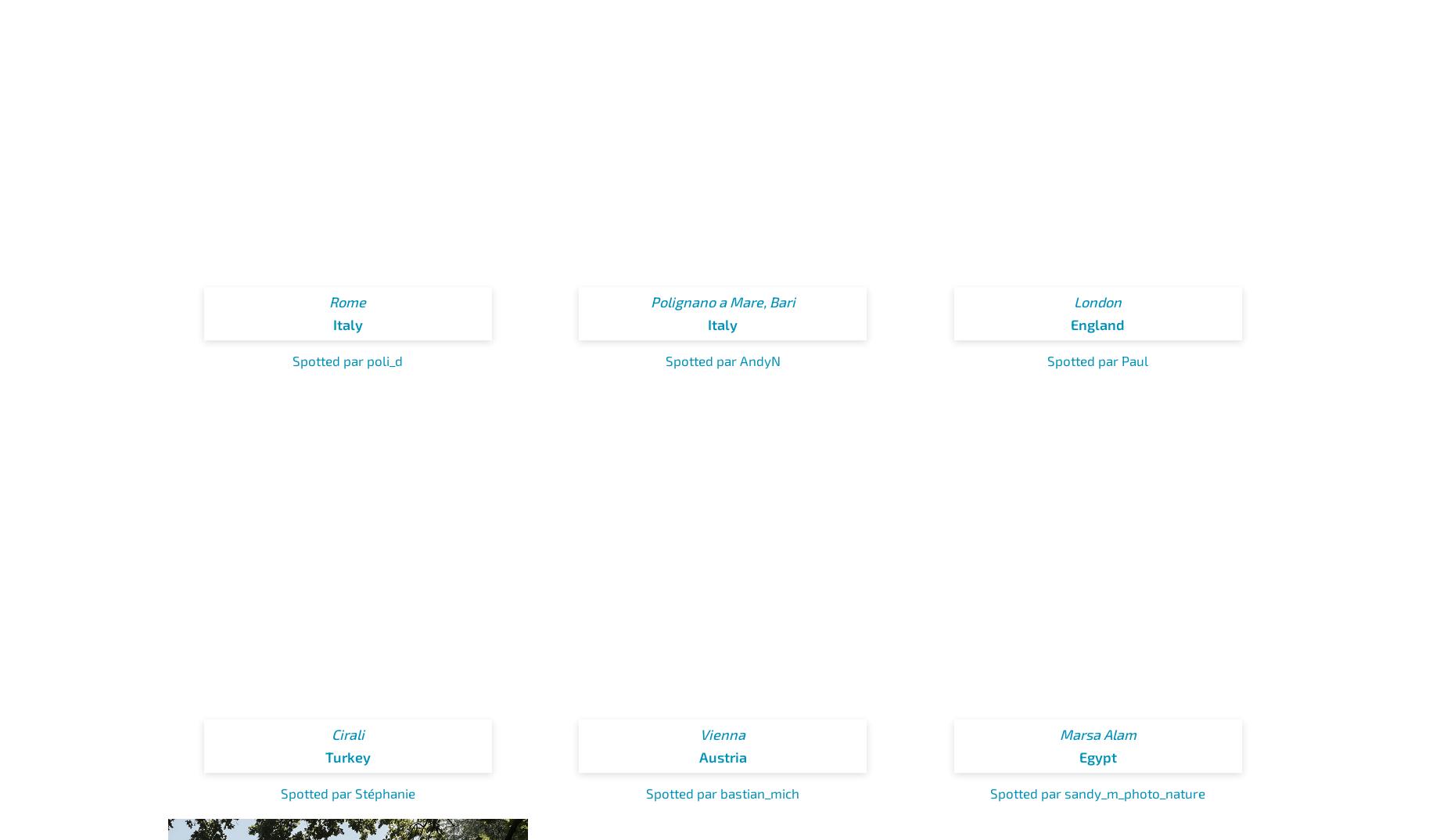  Describe the element at coordinates (346, 359) in the screenshot. I see `'Spotted par poli_d'` at that location.